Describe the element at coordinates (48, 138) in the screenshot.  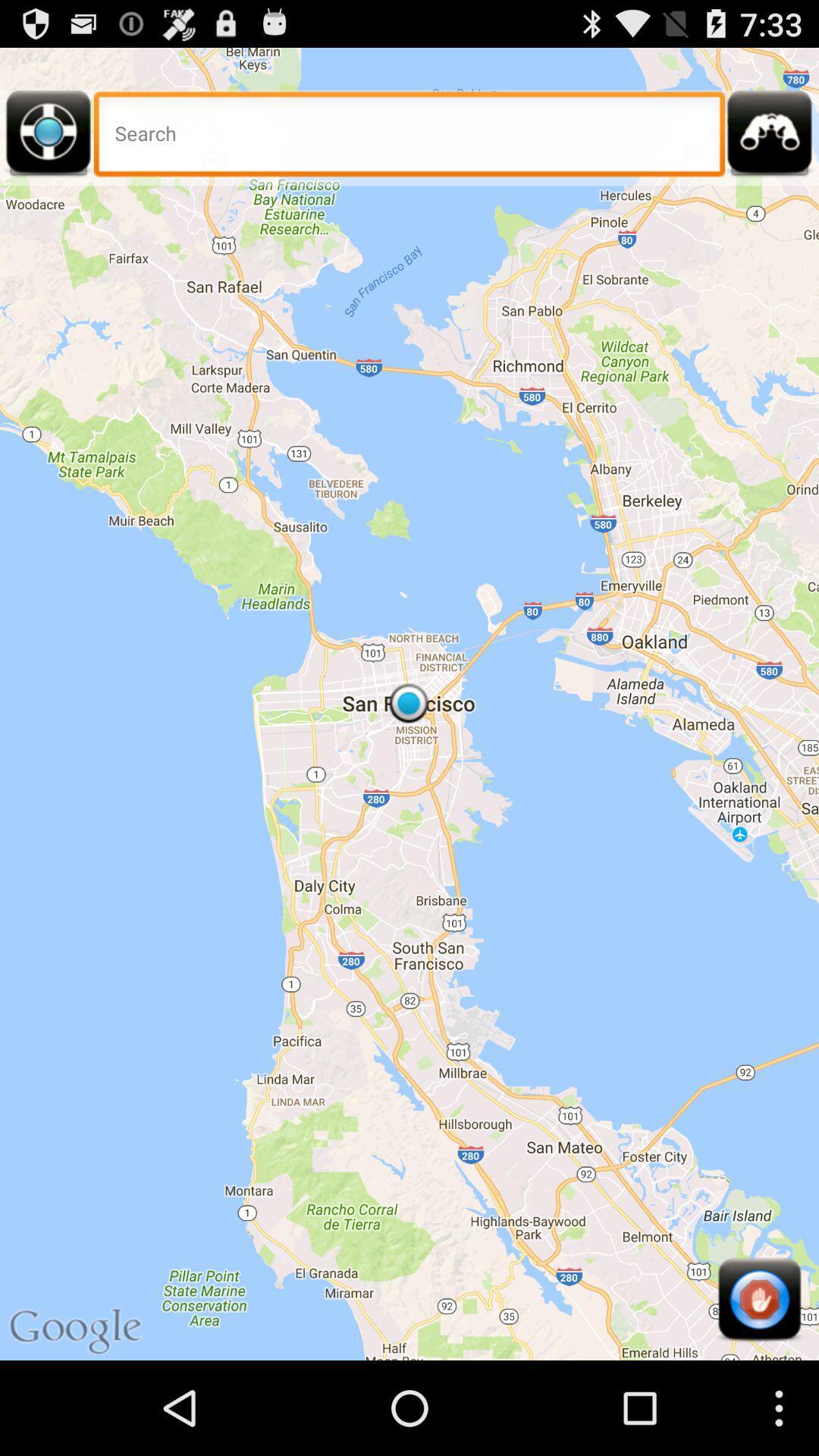
I see `get directions` at that location.